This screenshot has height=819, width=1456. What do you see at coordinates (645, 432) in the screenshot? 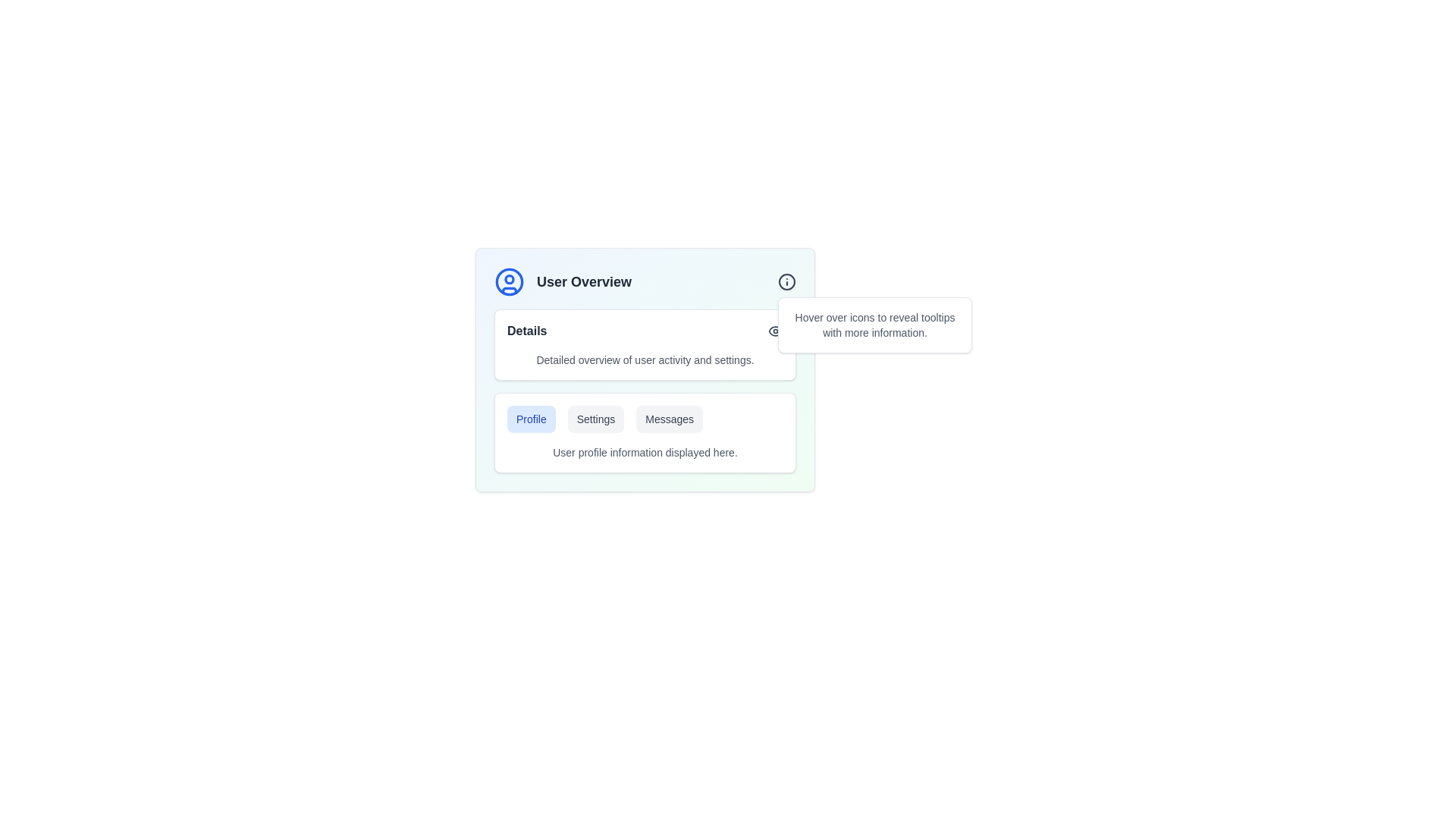
I see `any of the buttons ('Profile', 'Settings', 'Messages') in the composite UI element located in the 'User Overview' section` at bounding box center [645, 432].